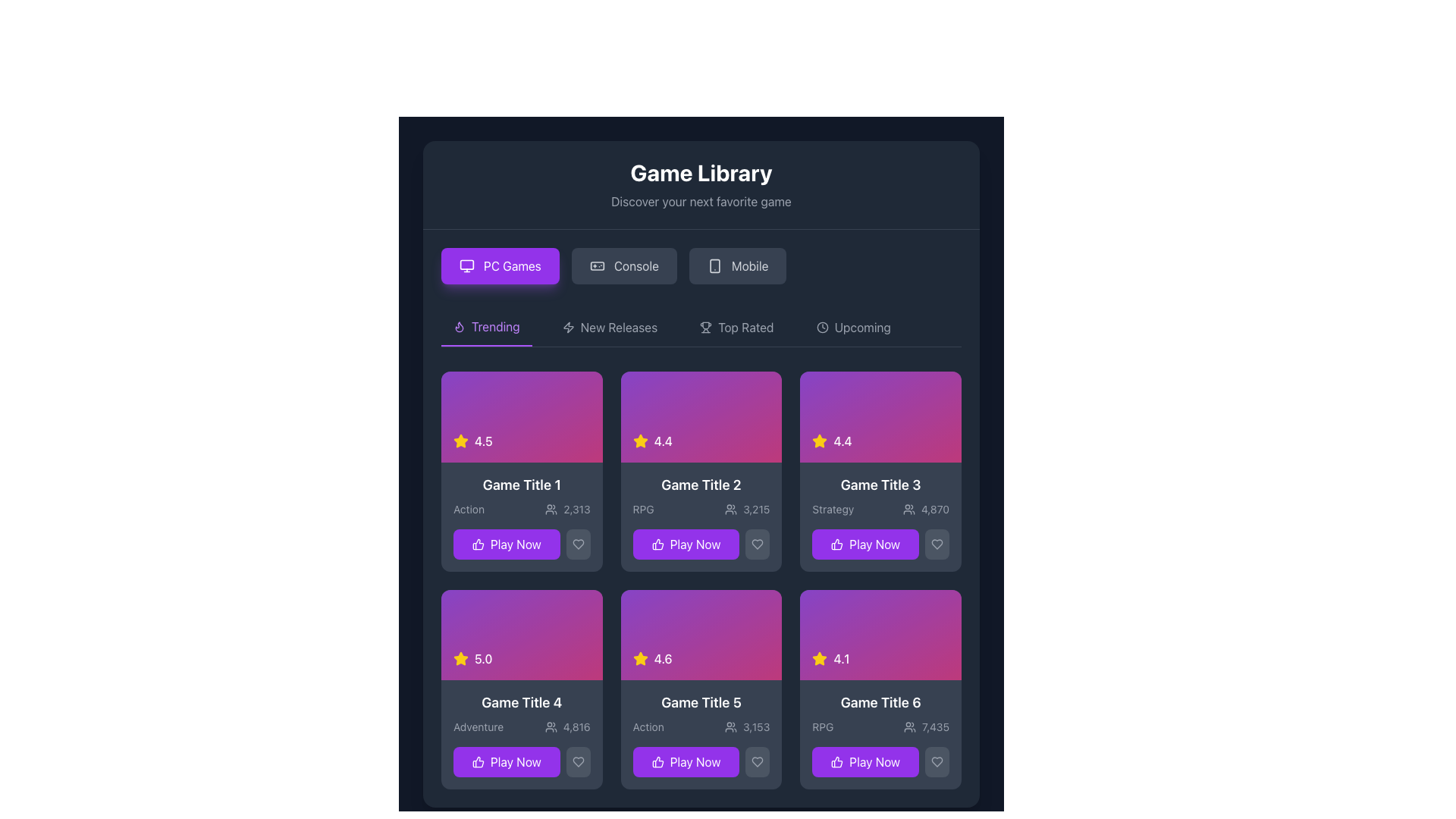 Image resolution: width=1456 pixels, height=819 pixels. What do you see at coordinates (758, 543) in the screenshot?
I see `the rounded rectangular button with a gray background and a white heart icon, located in the footer of 'Game Title 2', to observe the hover effect` at bounding box center [758, 543].